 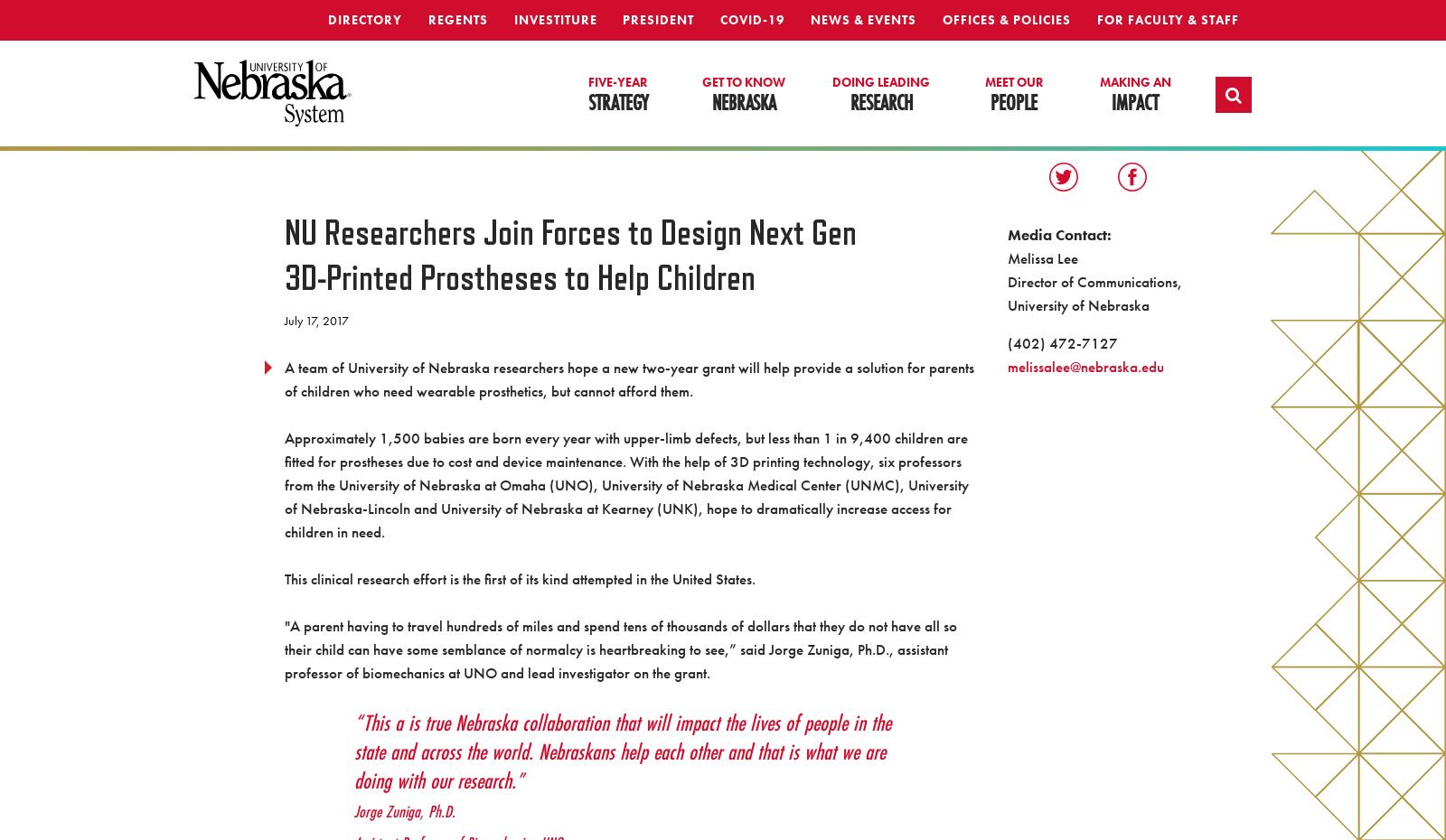 I want to click on 'Covid-19', so click(x=719, y=19).